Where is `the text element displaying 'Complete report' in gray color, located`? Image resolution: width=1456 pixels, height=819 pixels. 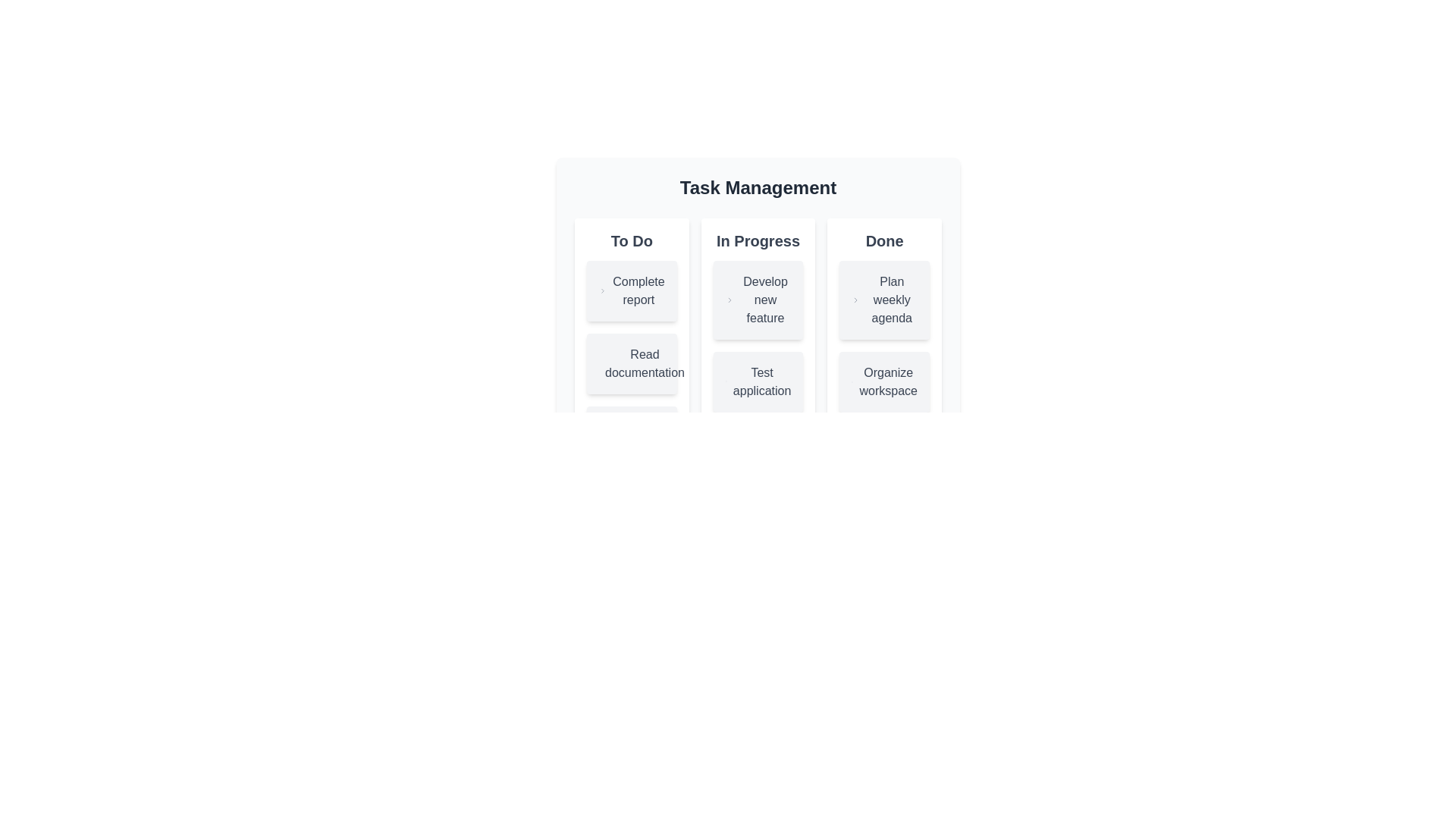
the text element displaying 'Complete report' in gray color, located is located at coordinates (639, 291).